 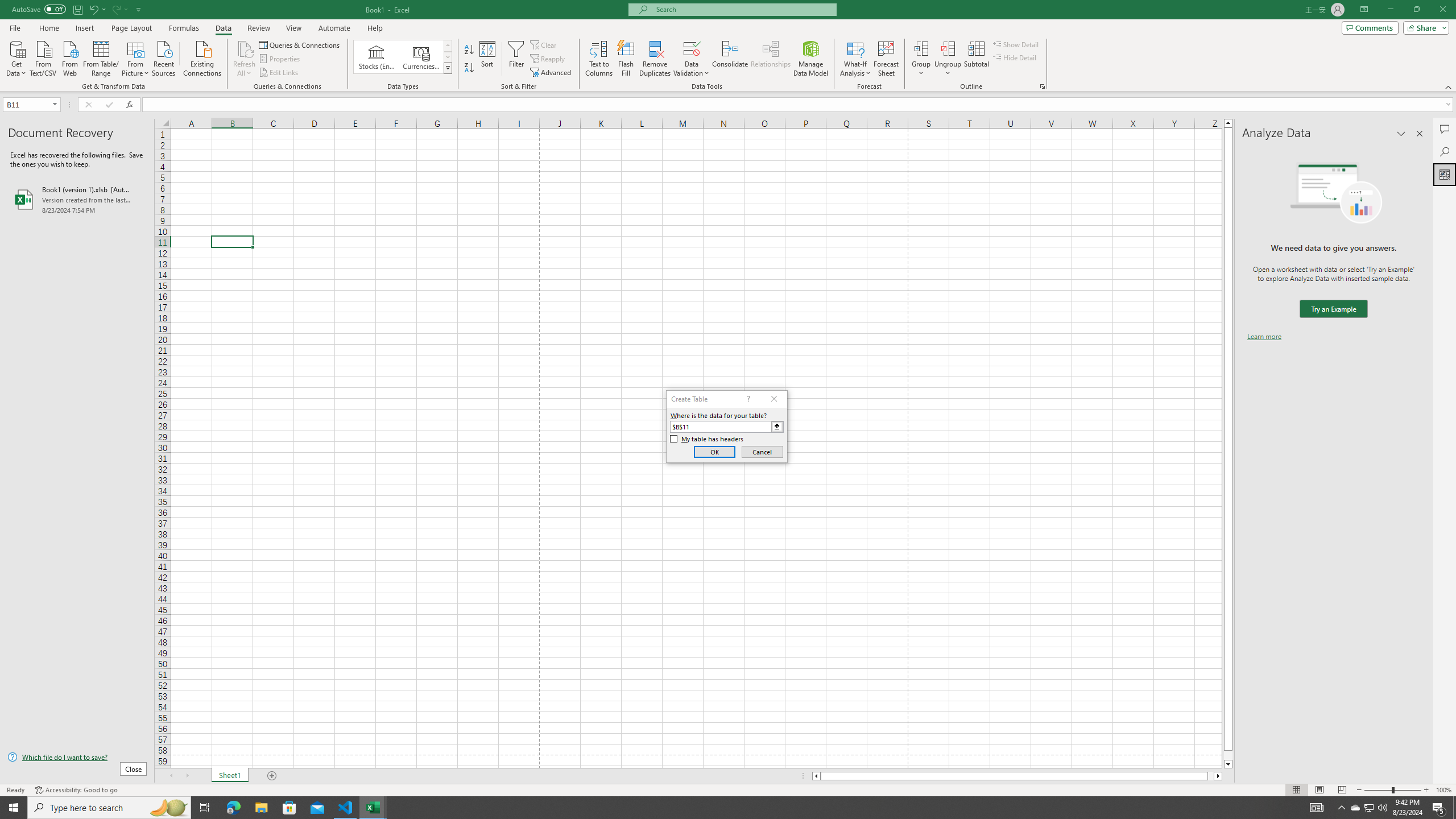 I want to click on 'Search', so click(x=1444, y=152).